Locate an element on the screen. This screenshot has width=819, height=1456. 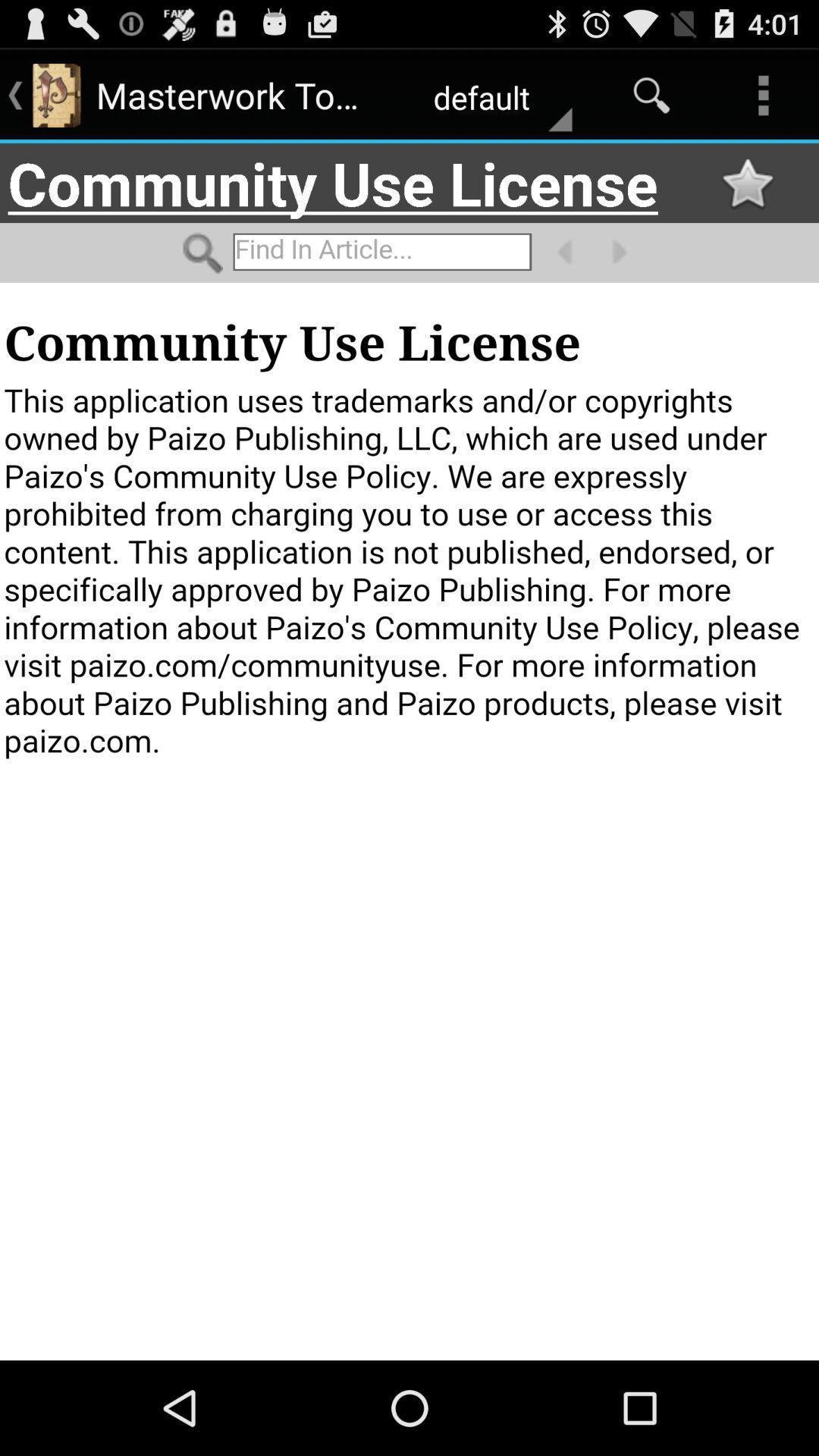
the star icon is located at coordinates (746, 195).